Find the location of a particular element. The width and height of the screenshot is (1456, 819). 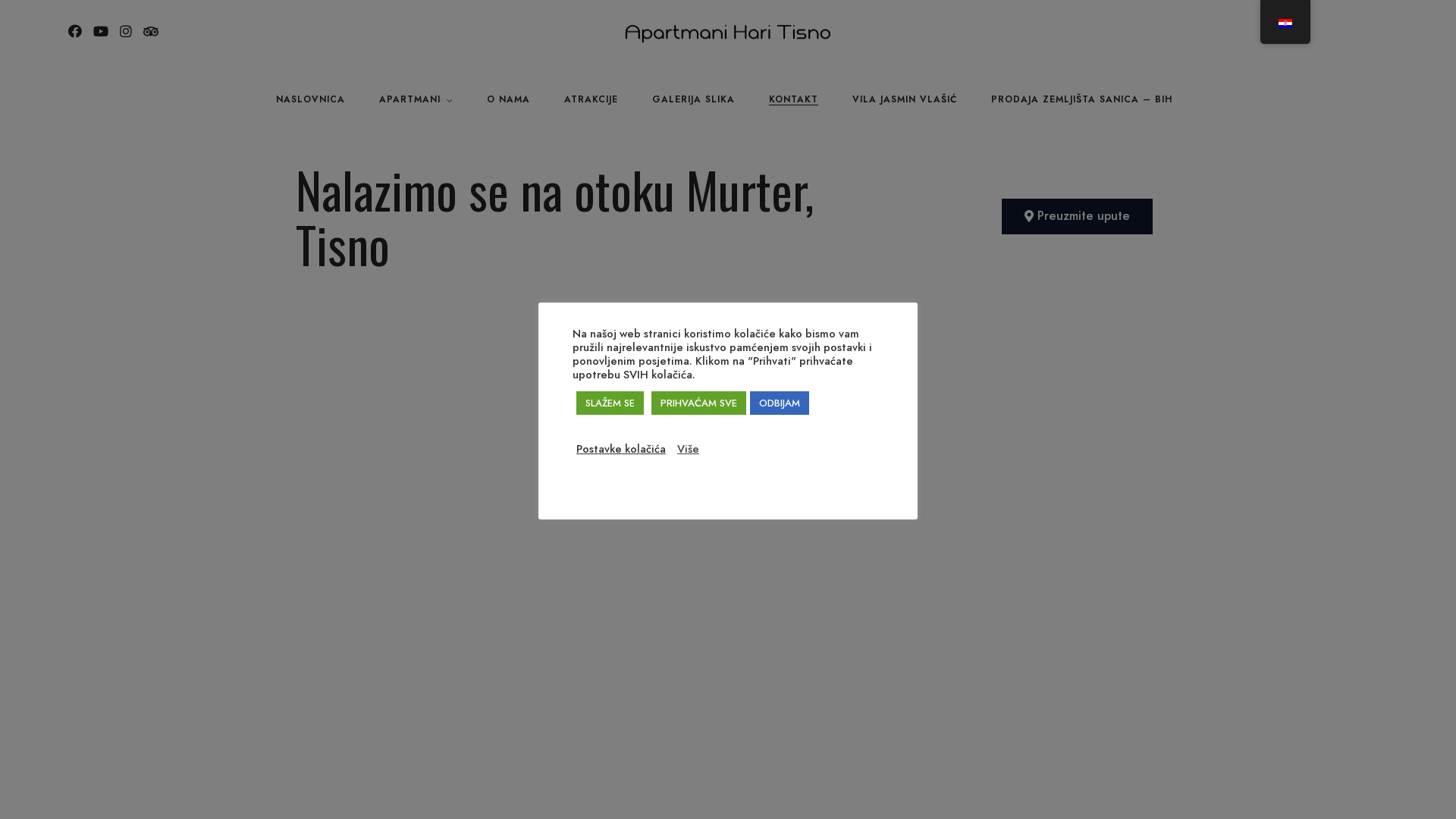

'ATRAKCIJE' is located at coordinates (590, 99).